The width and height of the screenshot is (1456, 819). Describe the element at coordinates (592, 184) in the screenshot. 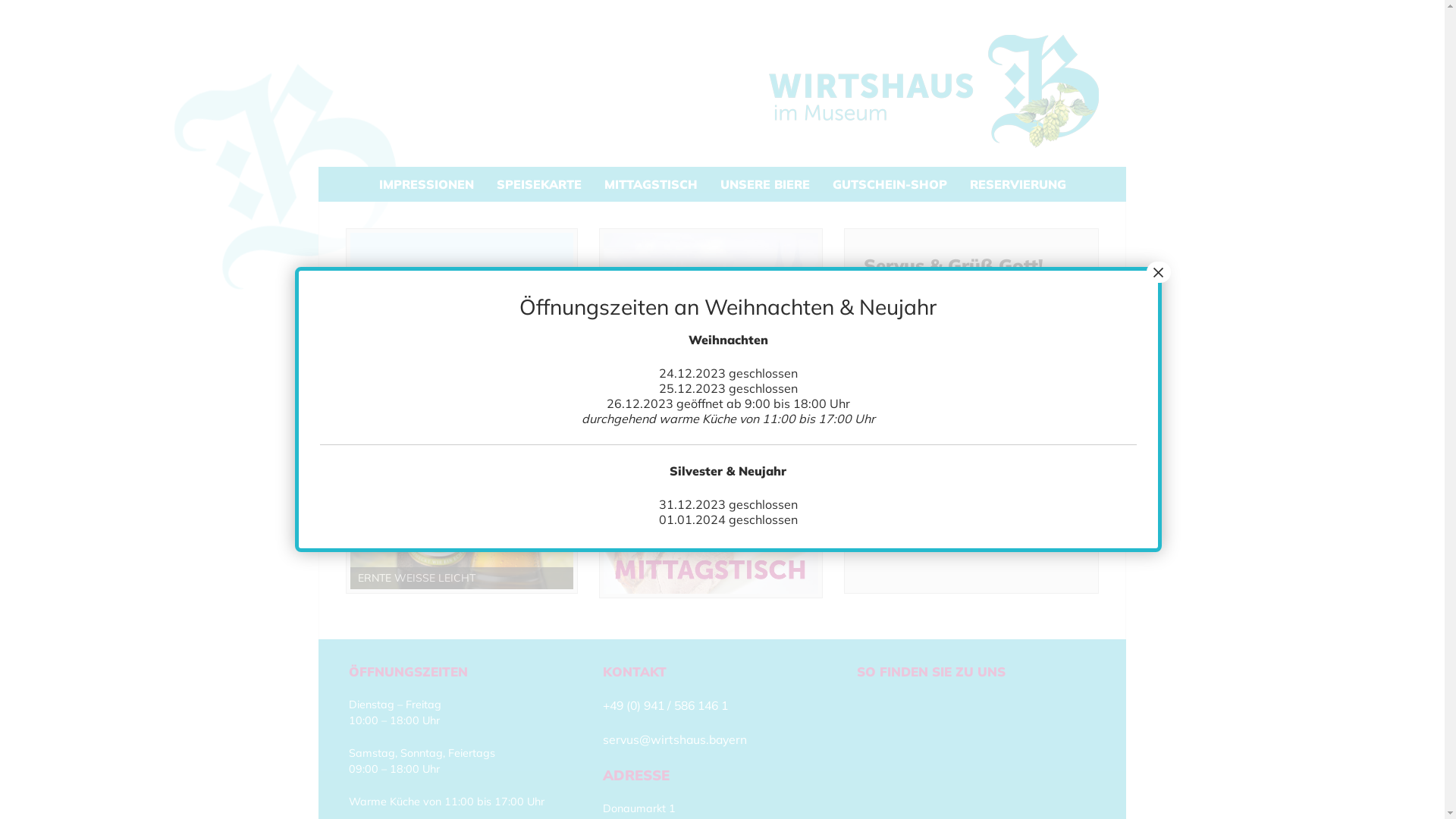

I see `'MITTAGSTISCH'` at that location.